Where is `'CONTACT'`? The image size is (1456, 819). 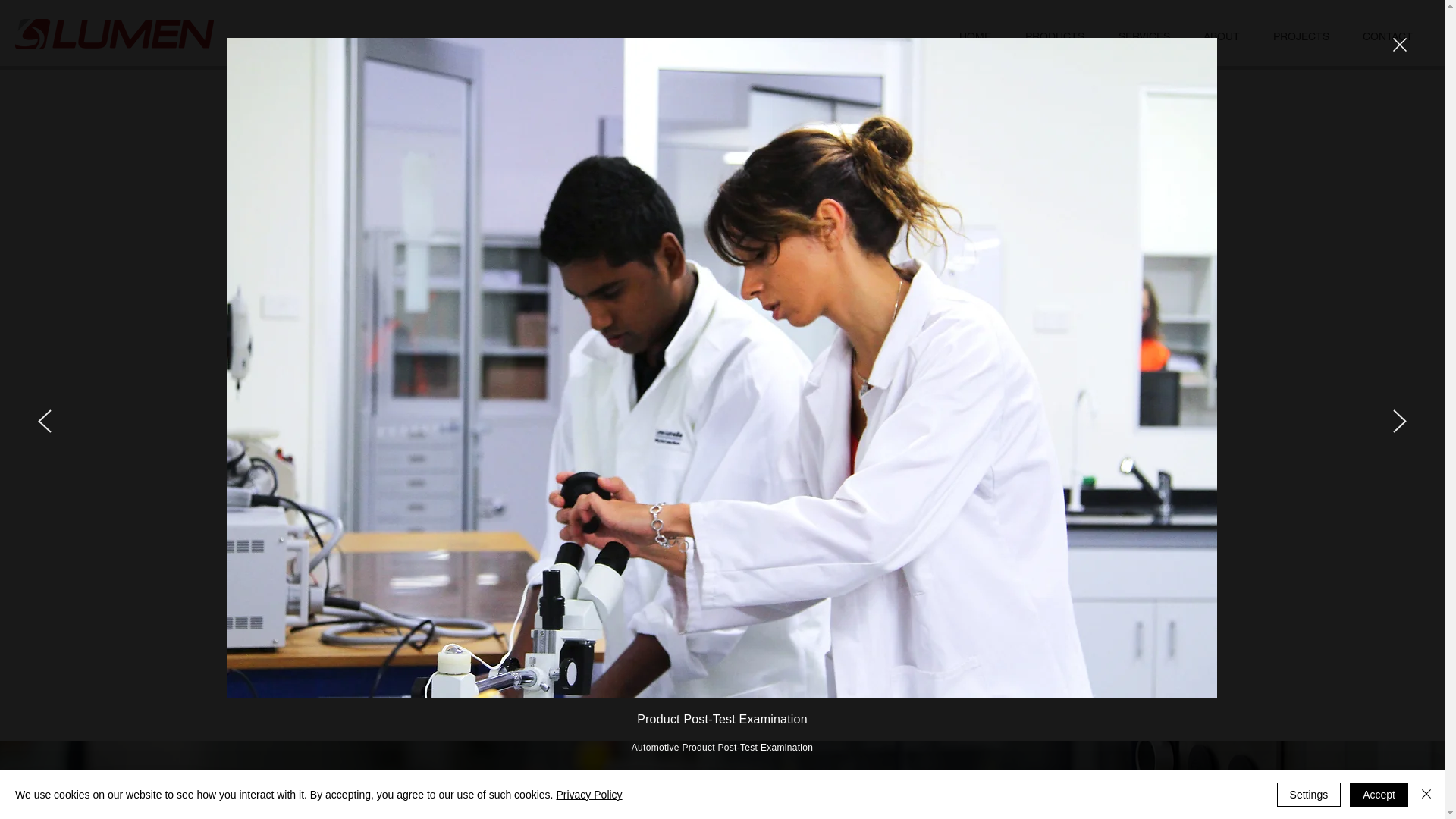 'CONTACT' is located at coordinates (1387, 36).